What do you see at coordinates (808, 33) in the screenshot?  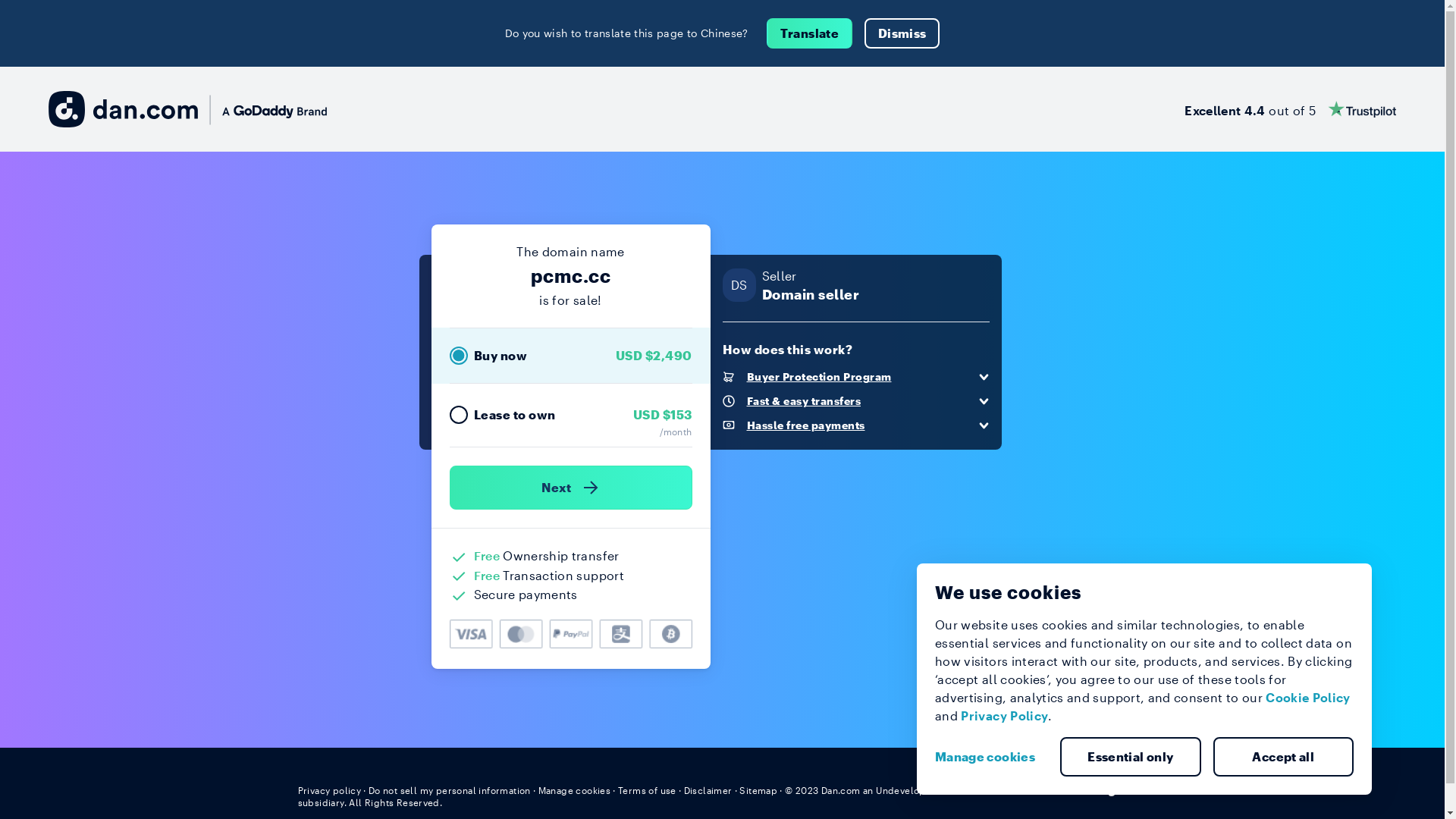 I see `'Translate'` at bounding box center [808, 33].